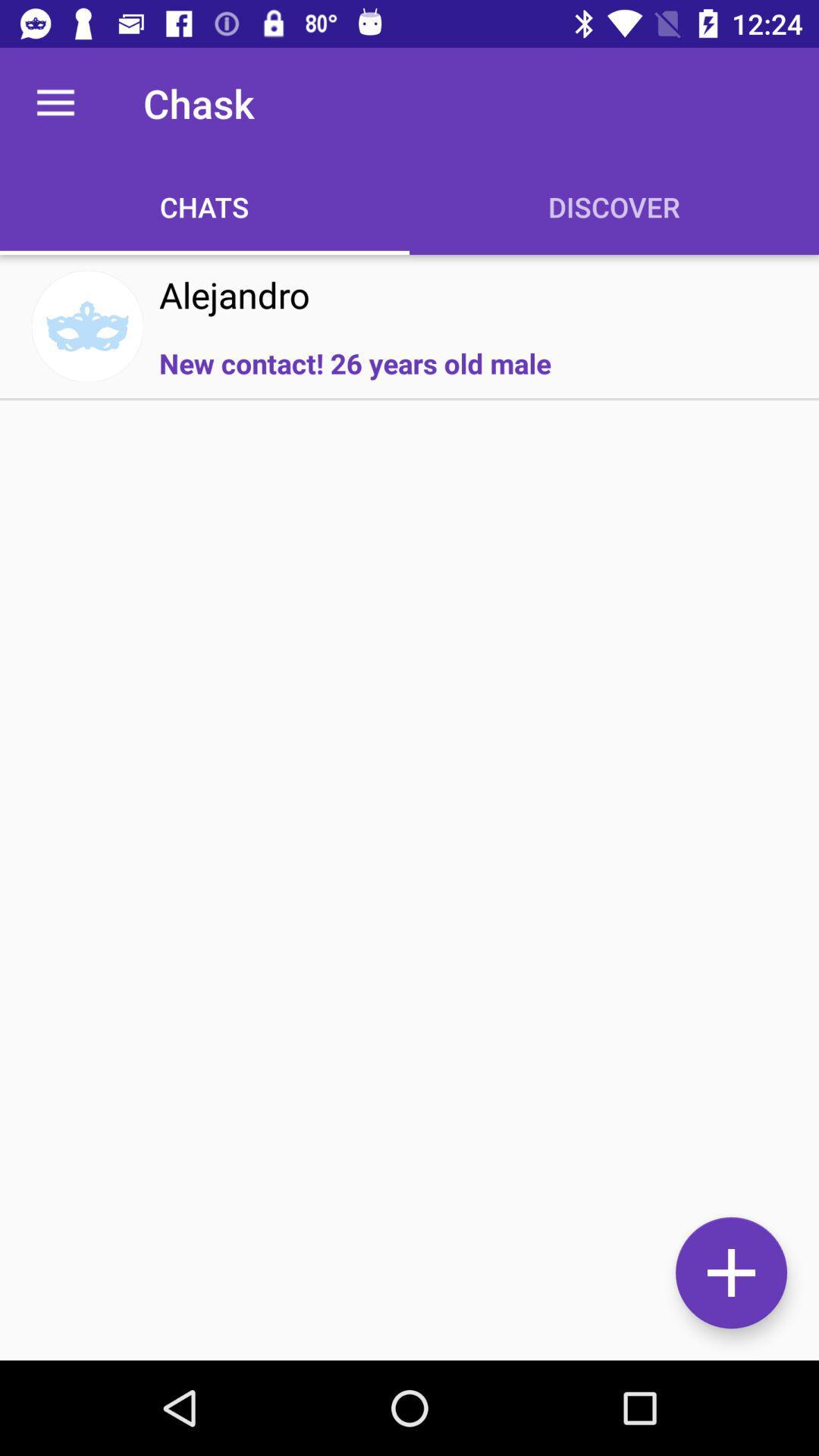 The height and width of the screenshot is (1456, 819). What do you see at coordinates (234, 294) in the screenshot?
I see `the alejandro item` at bounding box center [234, 294].